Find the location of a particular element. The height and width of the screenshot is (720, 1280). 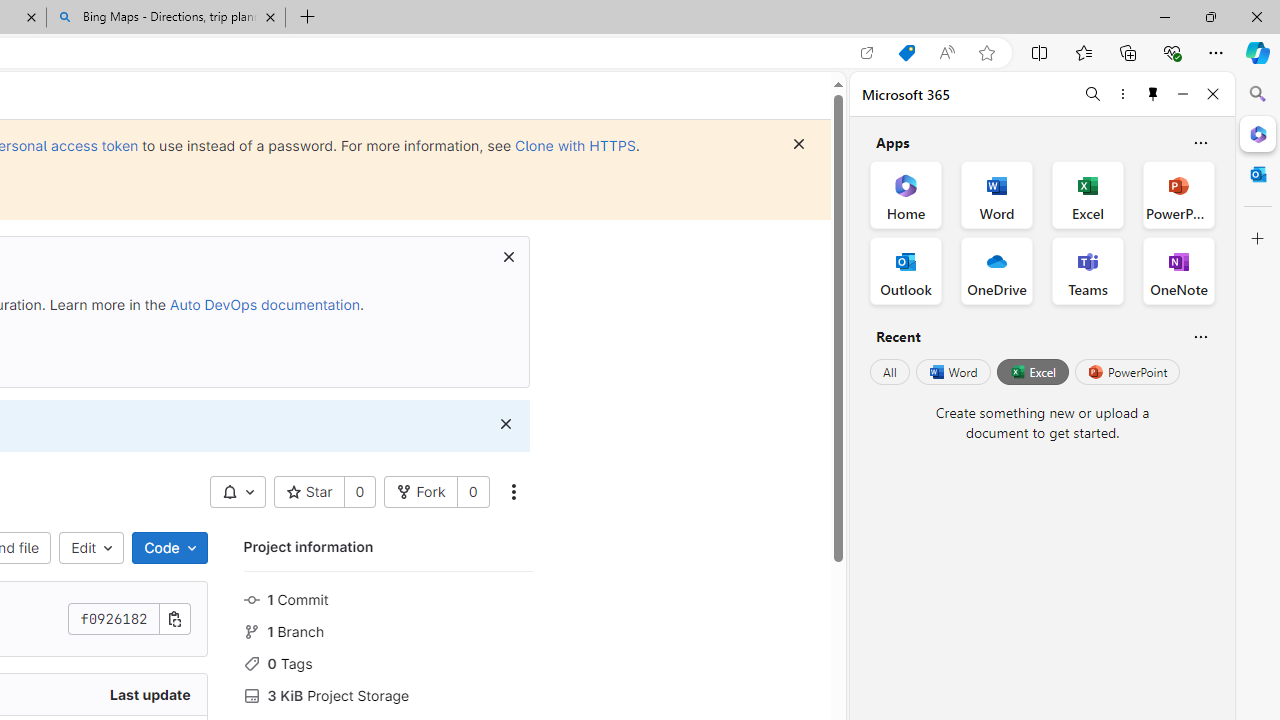

'Open in app' is located at coordinates (867, 52).